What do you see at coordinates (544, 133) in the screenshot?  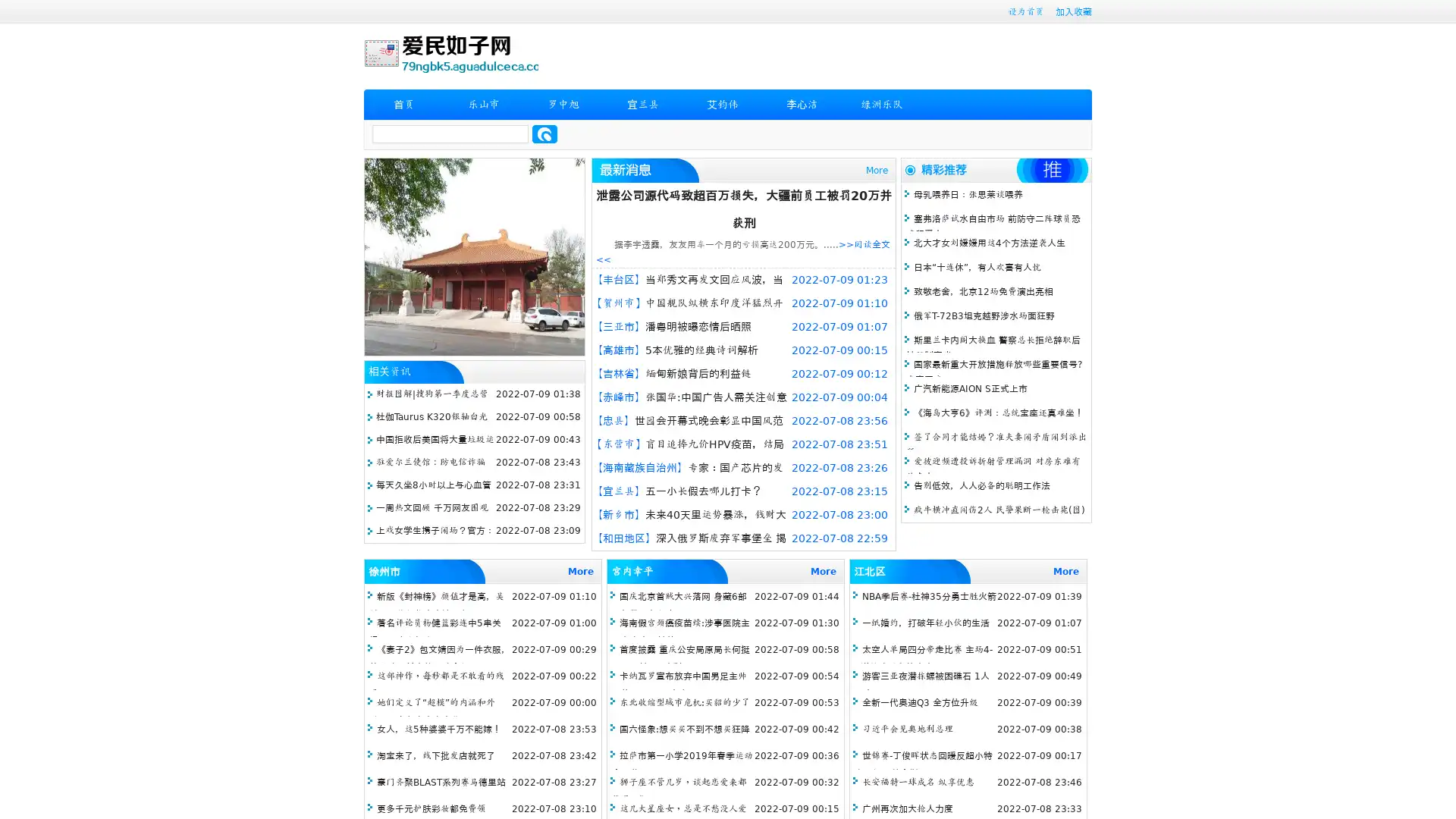 I see `Search` at bounding box center [544, 133].